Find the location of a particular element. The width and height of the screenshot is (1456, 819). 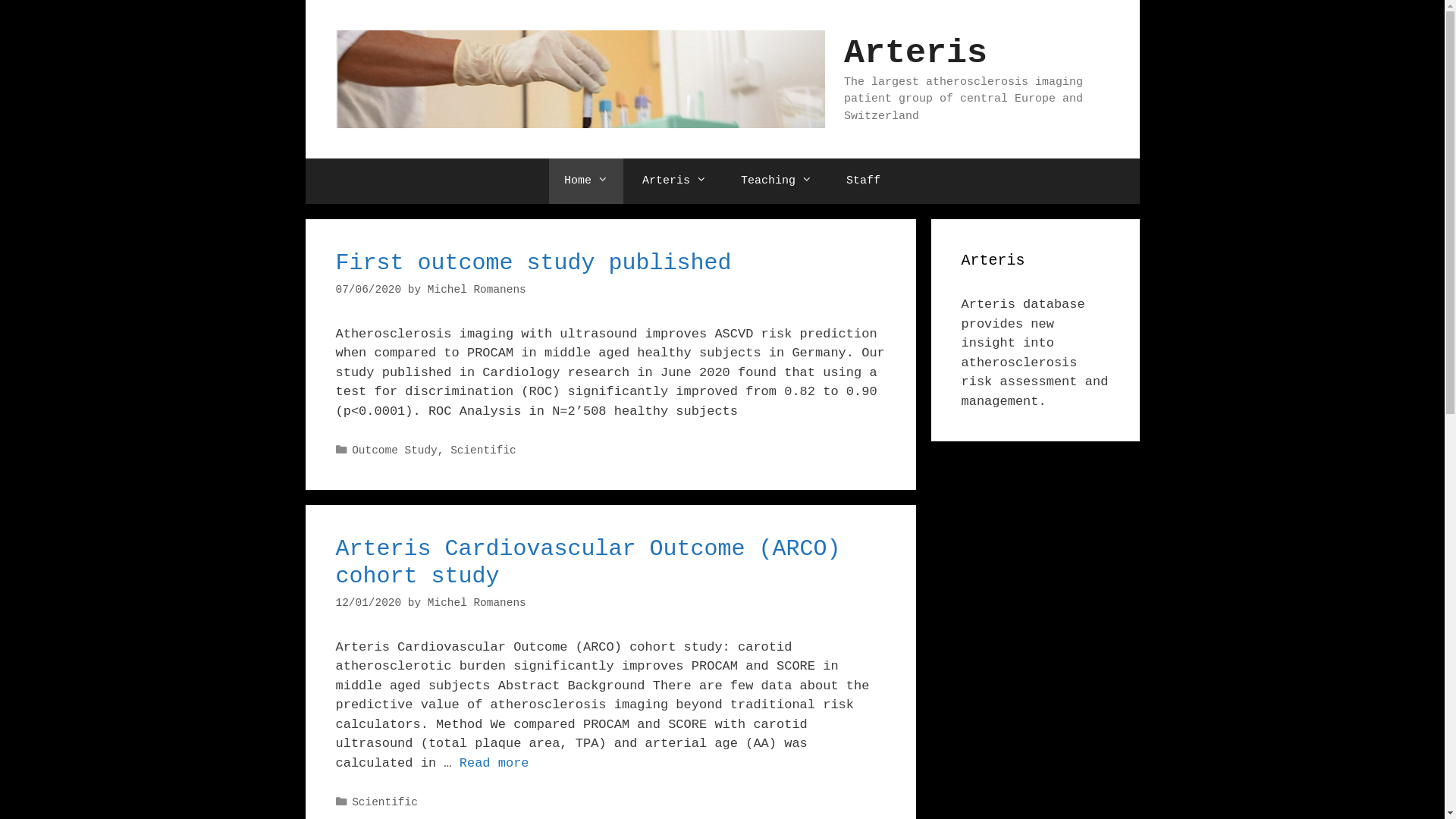

'Arteris' is located at coordinates (673, 180).